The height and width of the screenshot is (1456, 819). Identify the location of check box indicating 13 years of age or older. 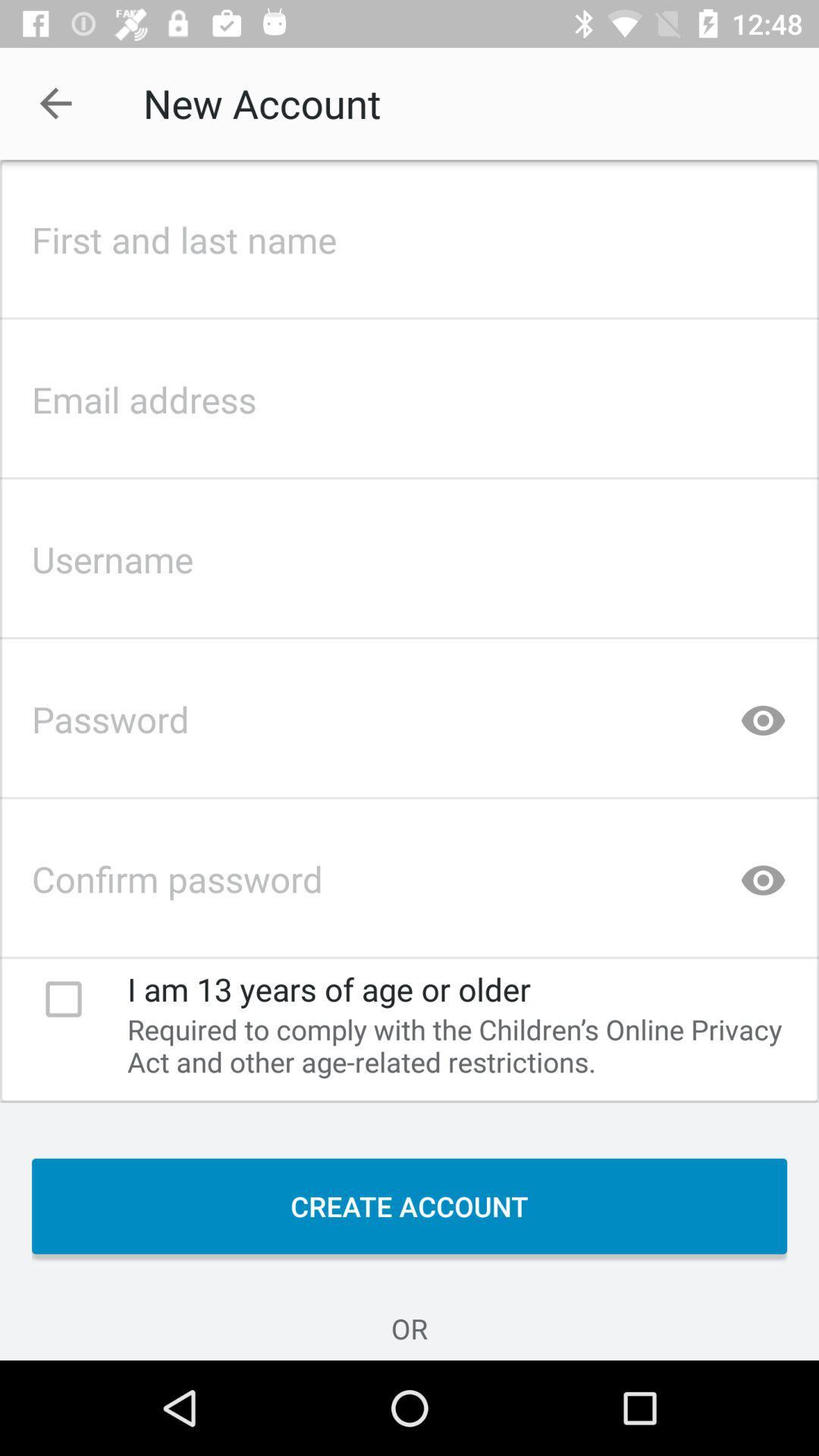
(63, 999).